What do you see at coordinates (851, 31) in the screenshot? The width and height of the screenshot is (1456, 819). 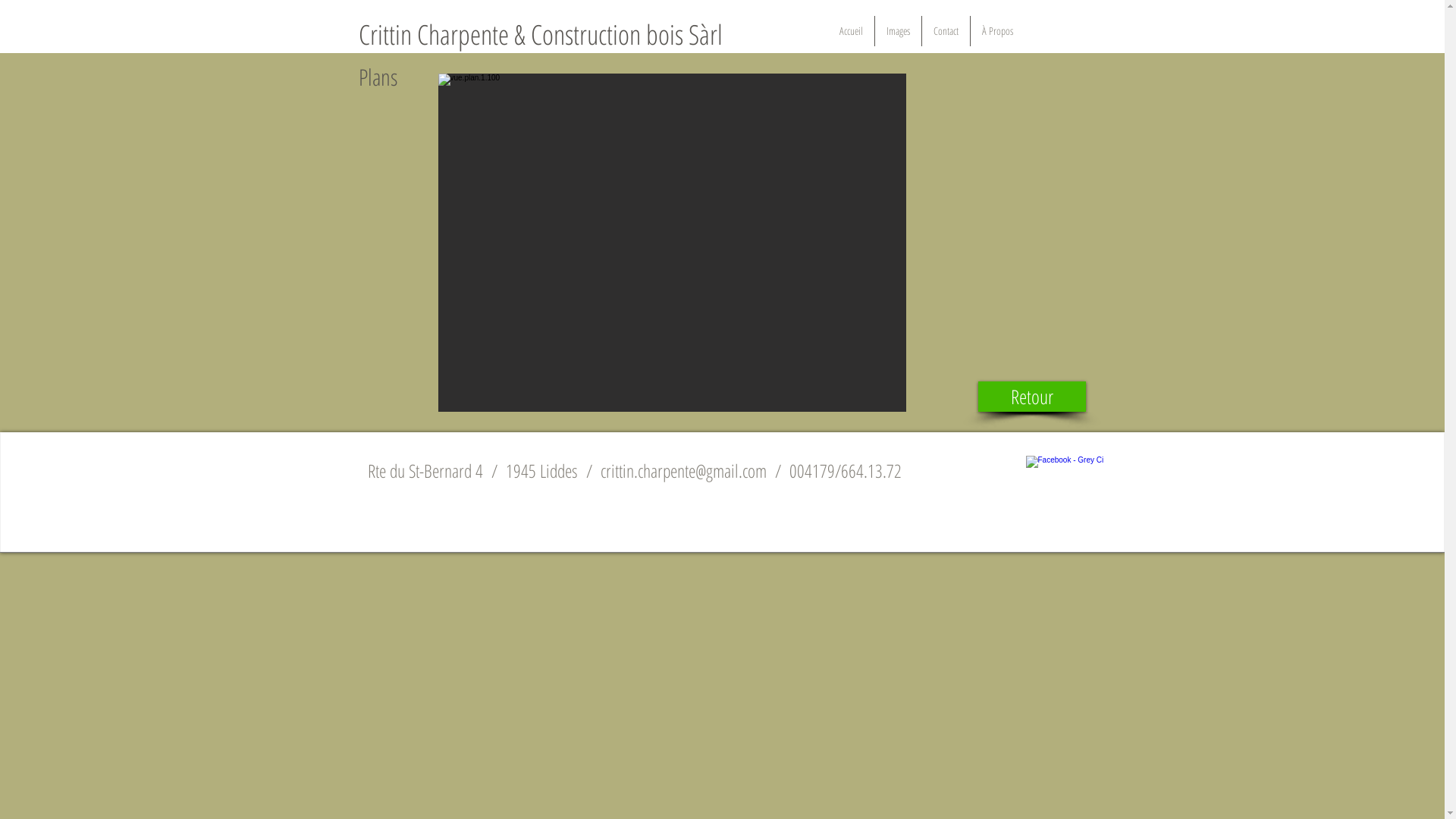 I see `'Accueil'` at bounding box center [851, 31].